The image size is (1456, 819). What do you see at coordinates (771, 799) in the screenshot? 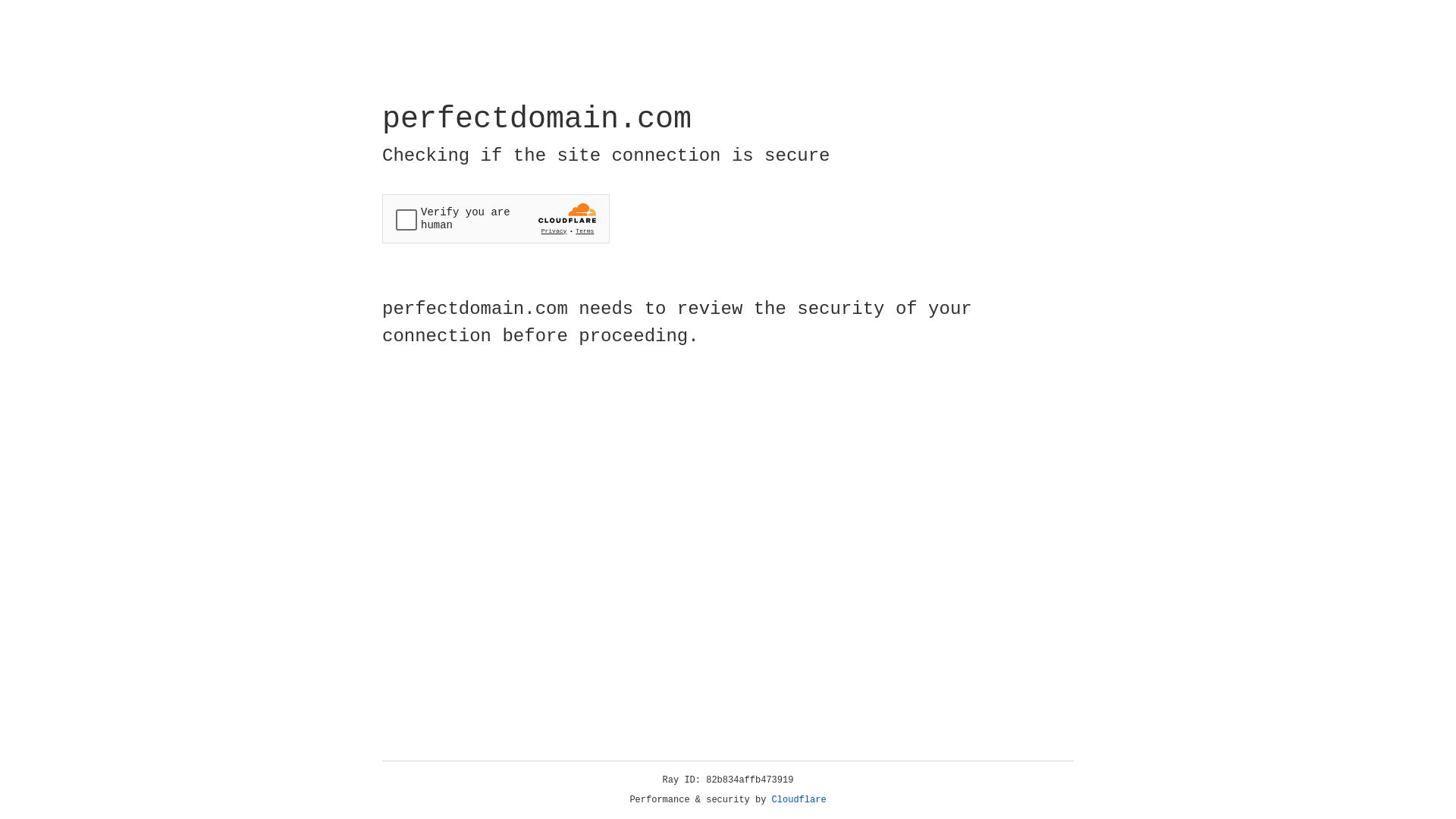
I see `'Cloudflare'` at bounding box center [771, 799].